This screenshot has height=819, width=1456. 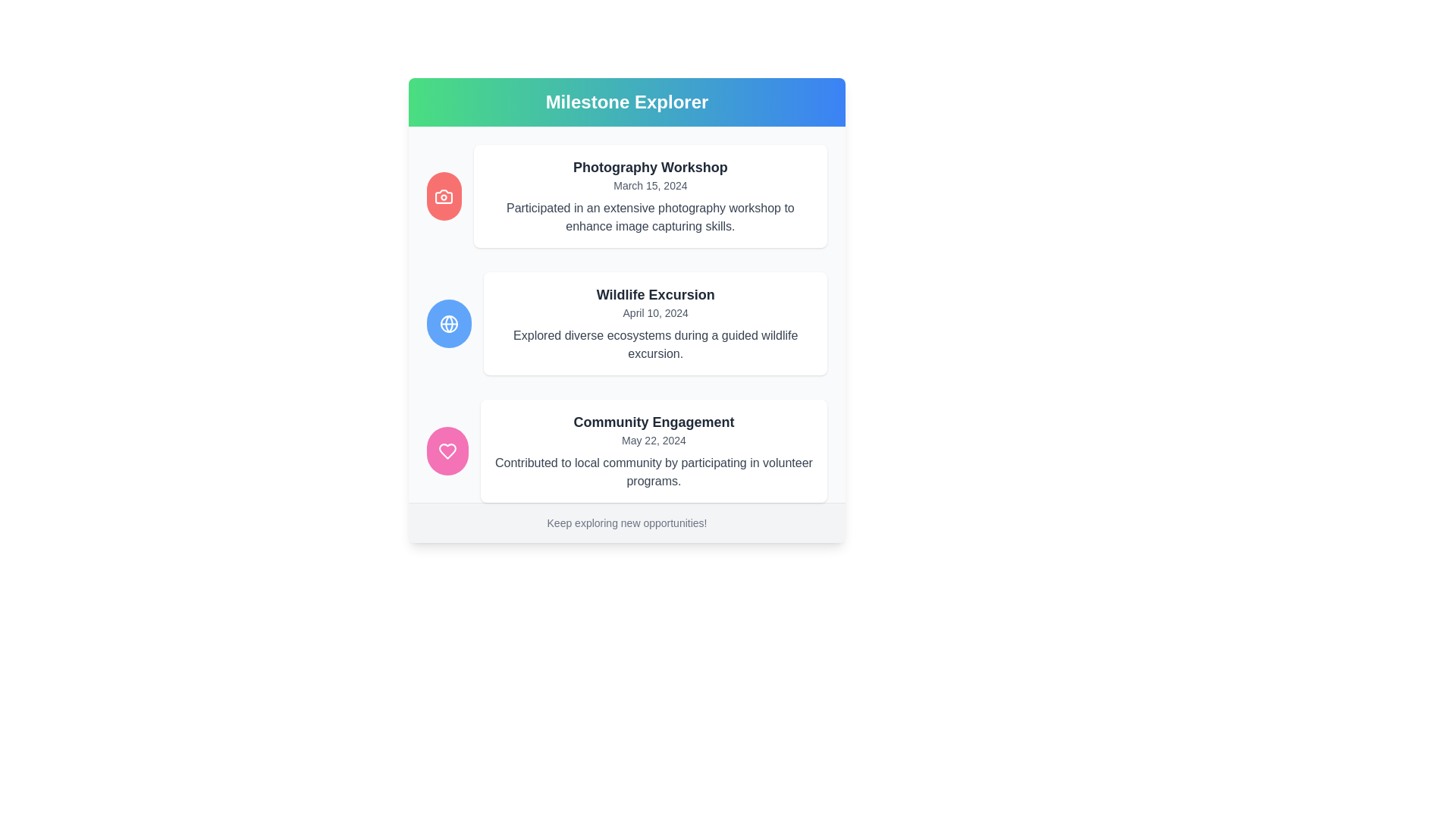 I want to click on the circular blue icon with a white globe illustration that is located to the left of the 'Wildlife Excursion' section, so click(x=448, y=323).